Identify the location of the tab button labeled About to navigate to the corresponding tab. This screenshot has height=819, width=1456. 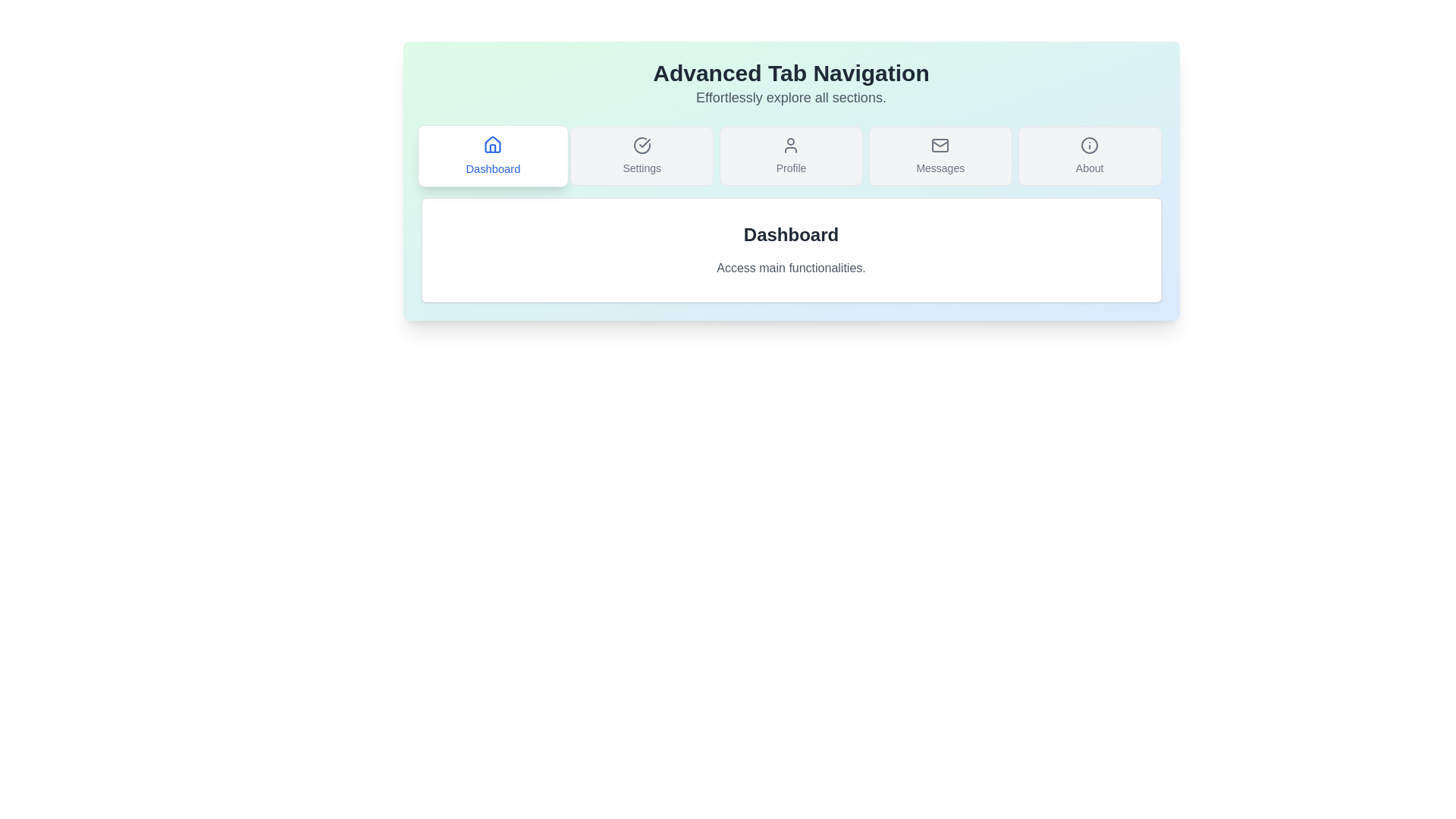
(1089, 155).